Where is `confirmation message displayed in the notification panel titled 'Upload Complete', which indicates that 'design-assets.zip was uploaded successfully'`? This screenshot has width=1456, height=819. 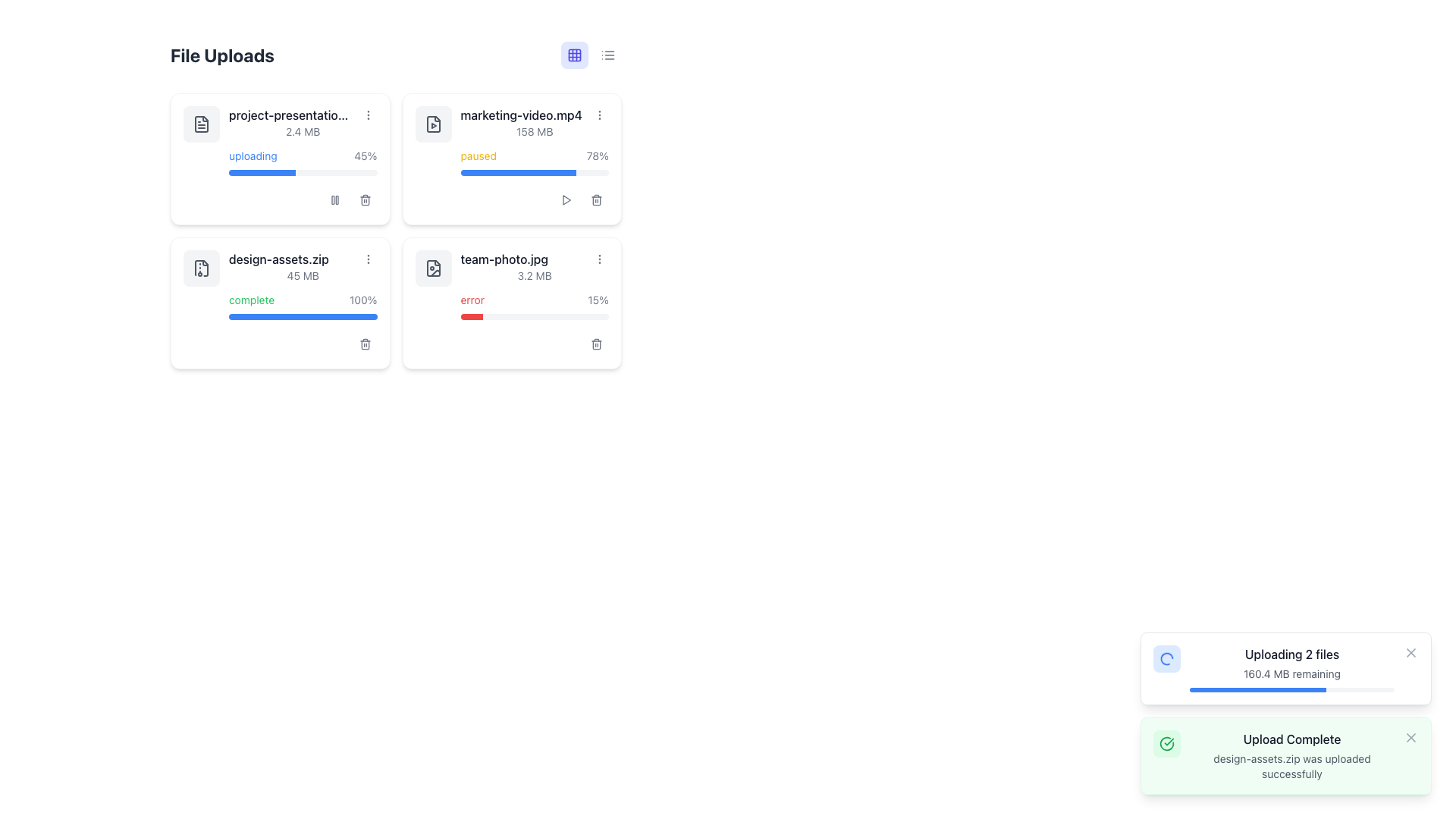 confirmation message displayed in the notification panel titled 'Upload Complete', which indicates that 'design-assets.zip was uploaded successfully' is located at coordinates (1291, 755).